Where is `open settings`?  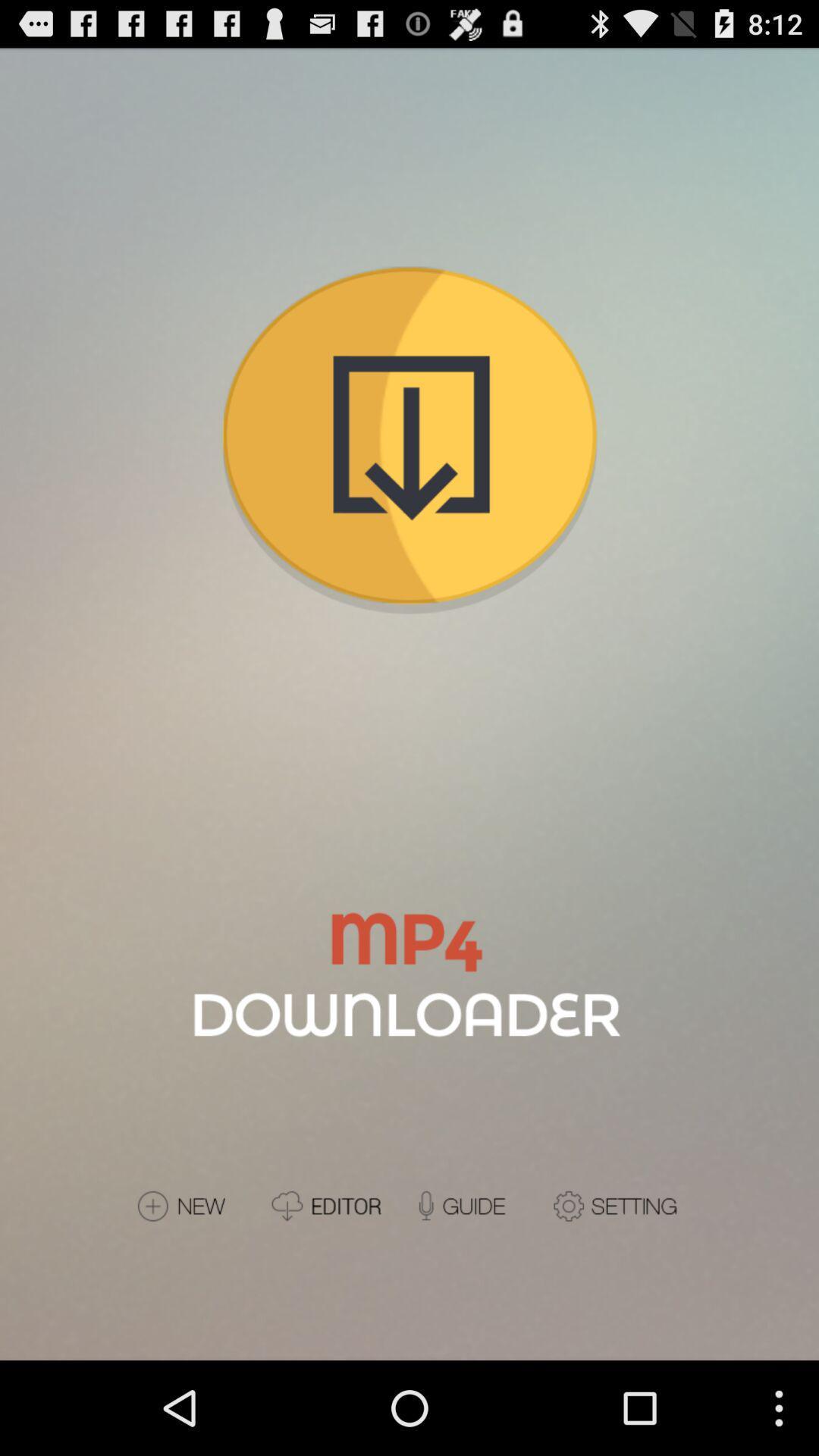
open settings is located at coordinates (617, 1205).